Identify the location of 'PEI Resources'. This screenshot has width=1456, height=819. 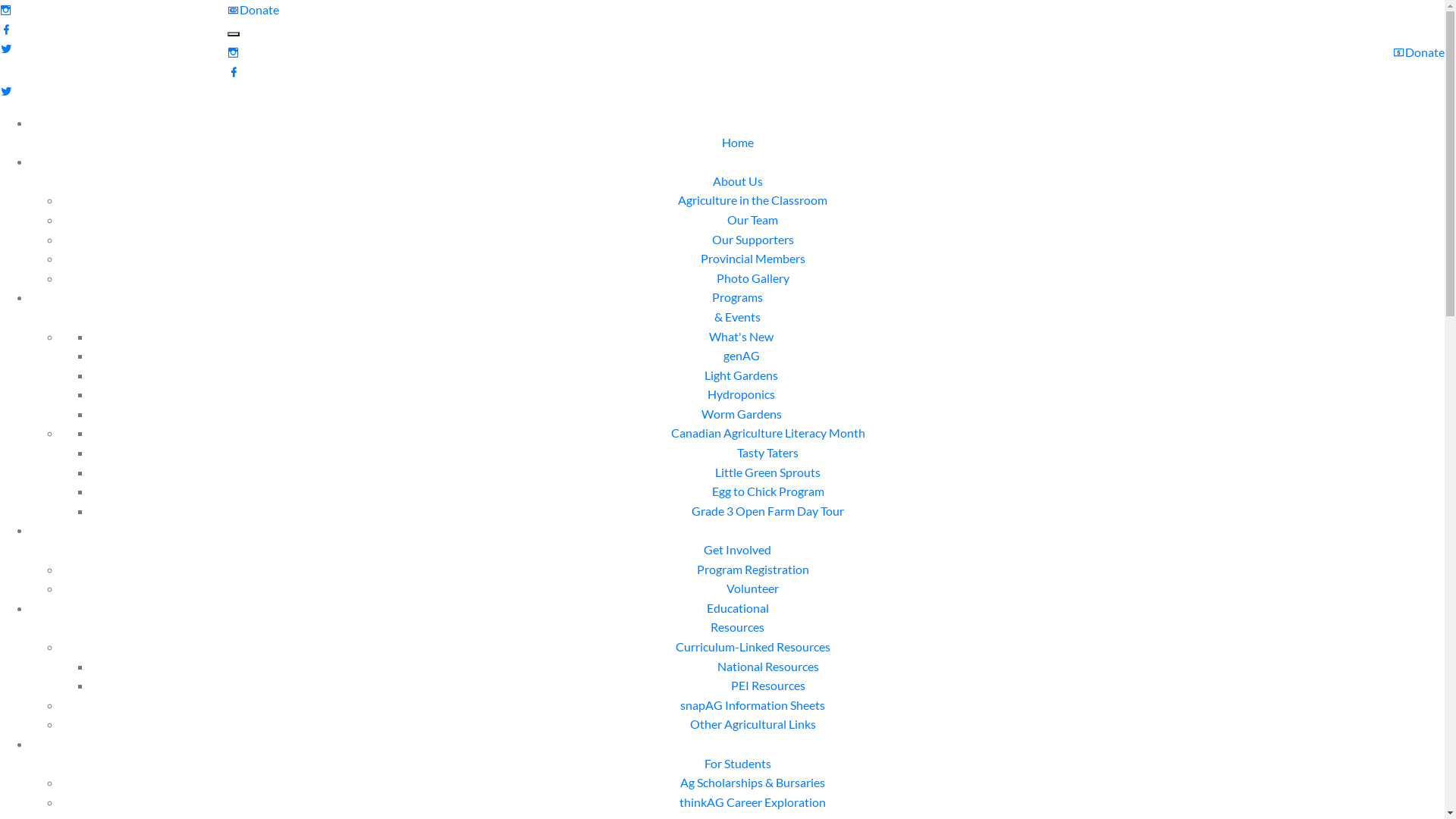
(767, 685).